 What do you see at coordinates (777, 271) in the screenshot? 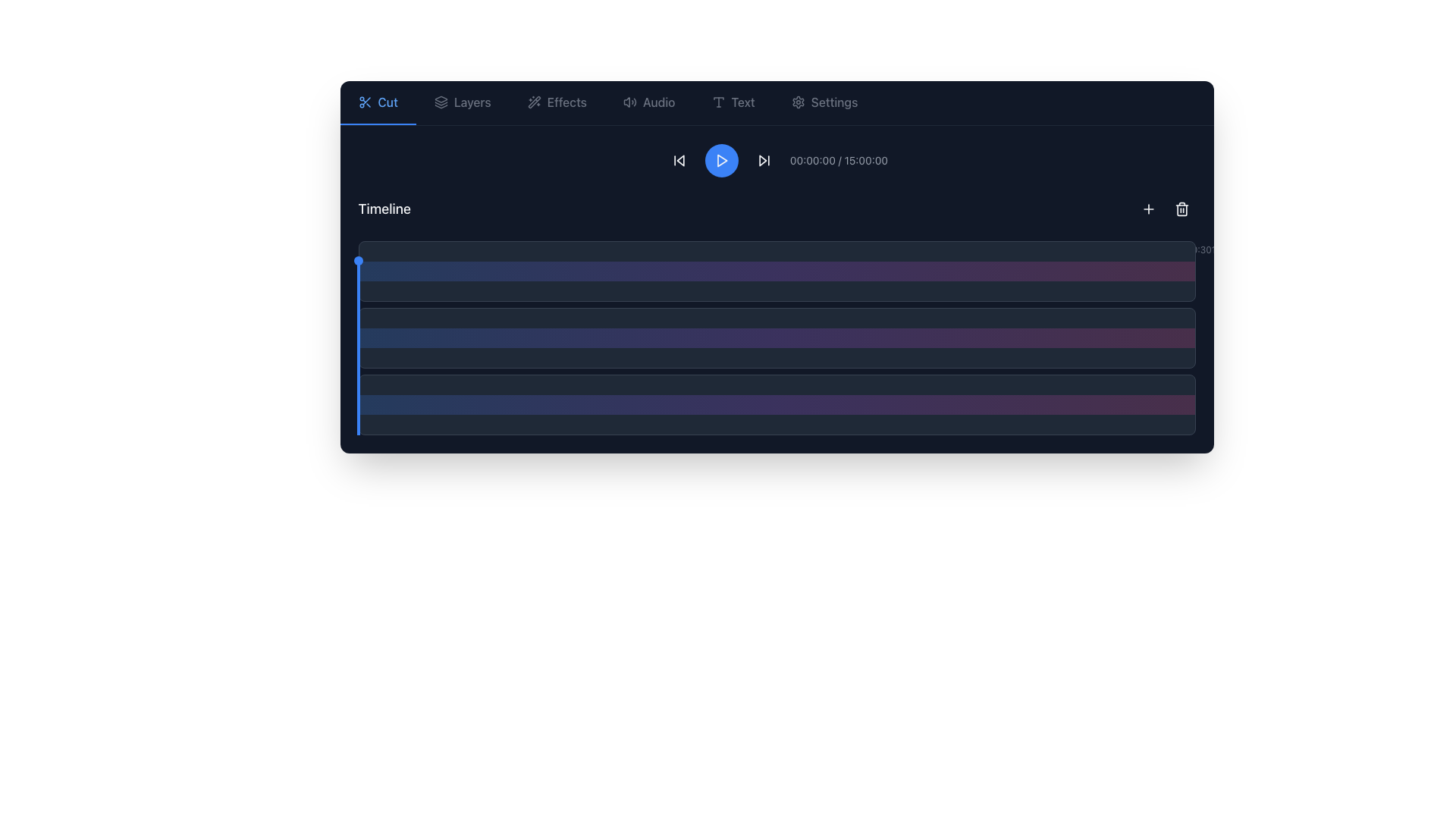
I see `the first gradient bar, which is visually styled with a blue to pink gradient and is positioned at the top of three stacked bars` at bounding box center [777, 271].